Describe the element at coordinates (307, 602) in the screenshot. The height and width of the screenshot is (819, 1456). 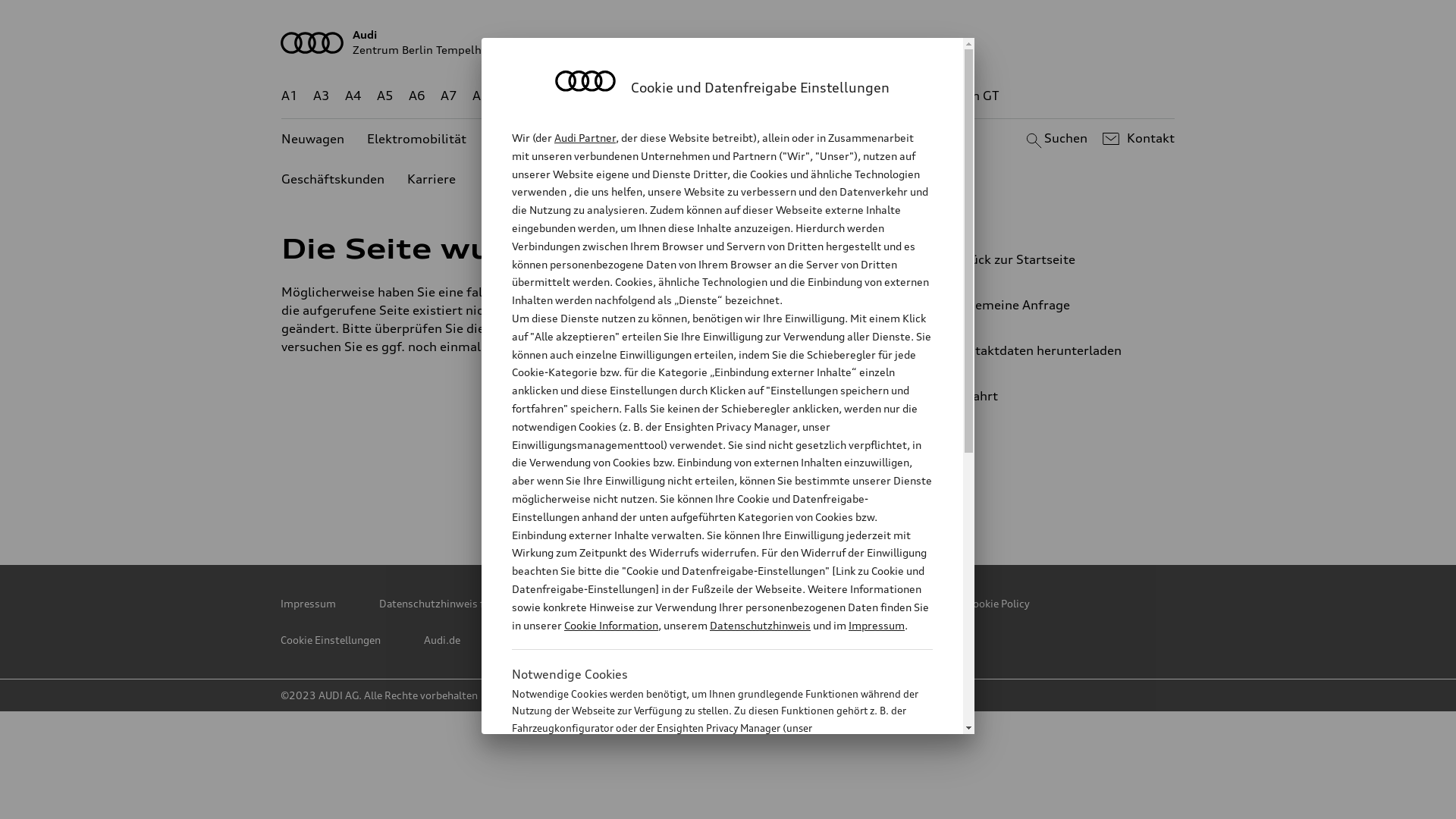
I see `'Impressum'` at that location.